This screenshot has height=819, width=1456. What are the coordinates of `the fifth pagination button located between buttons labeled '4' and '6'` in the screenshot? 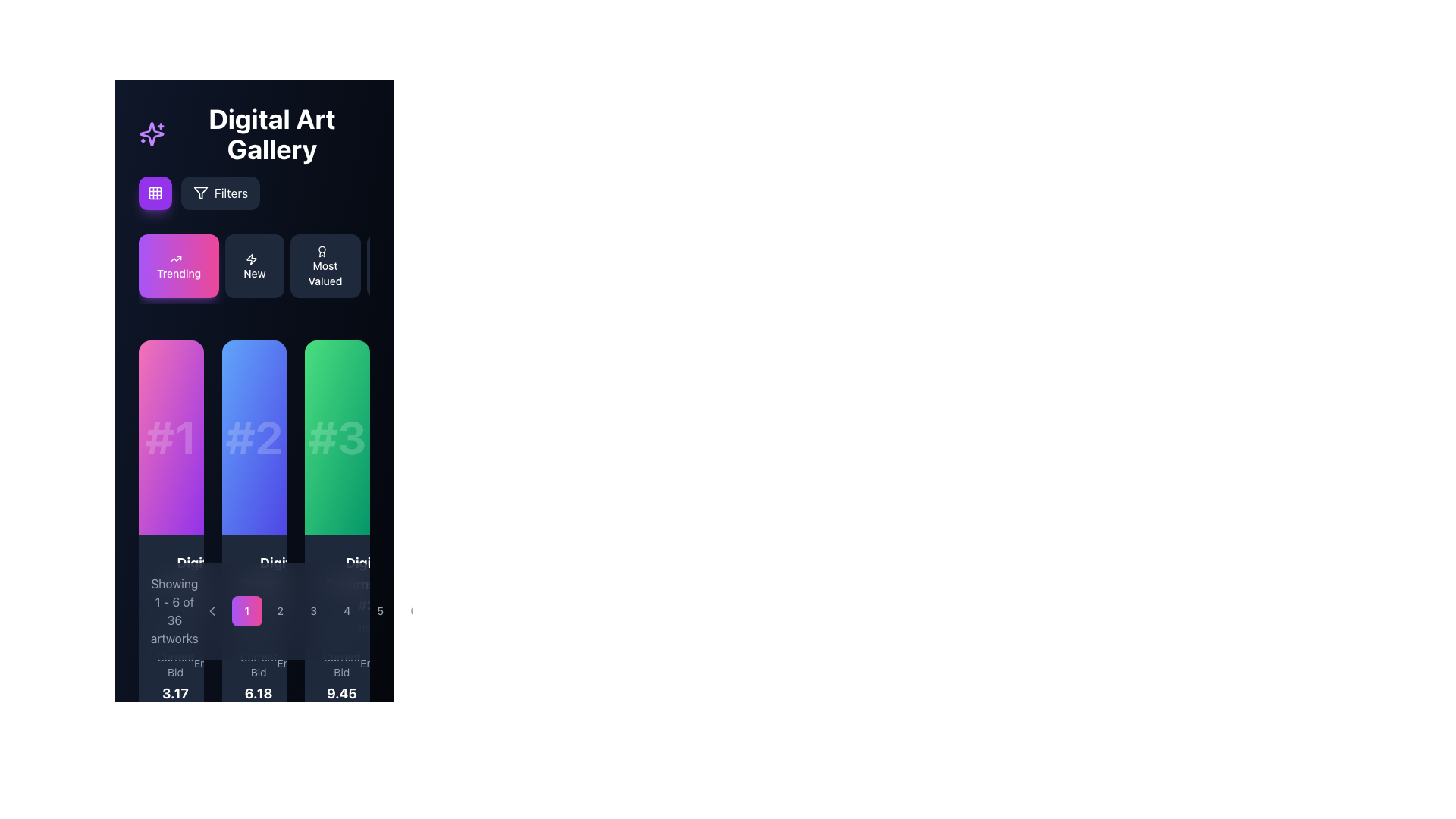 It's located at (380, 610).